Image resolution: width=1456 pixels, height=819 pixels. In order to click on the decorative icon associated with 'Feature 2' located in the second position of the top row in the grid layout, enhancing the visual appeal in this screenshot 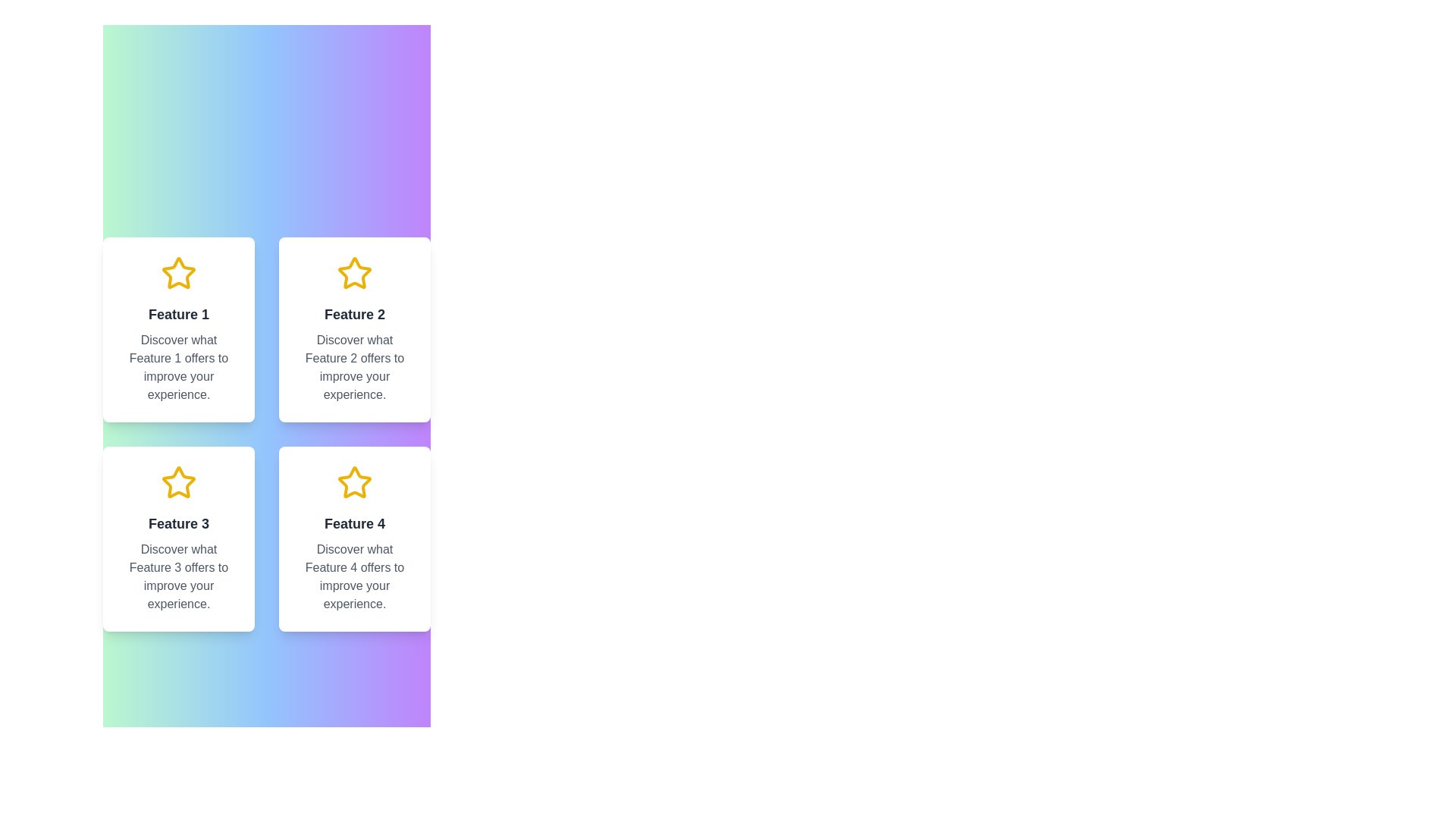, I will do `click(353, 273)`.